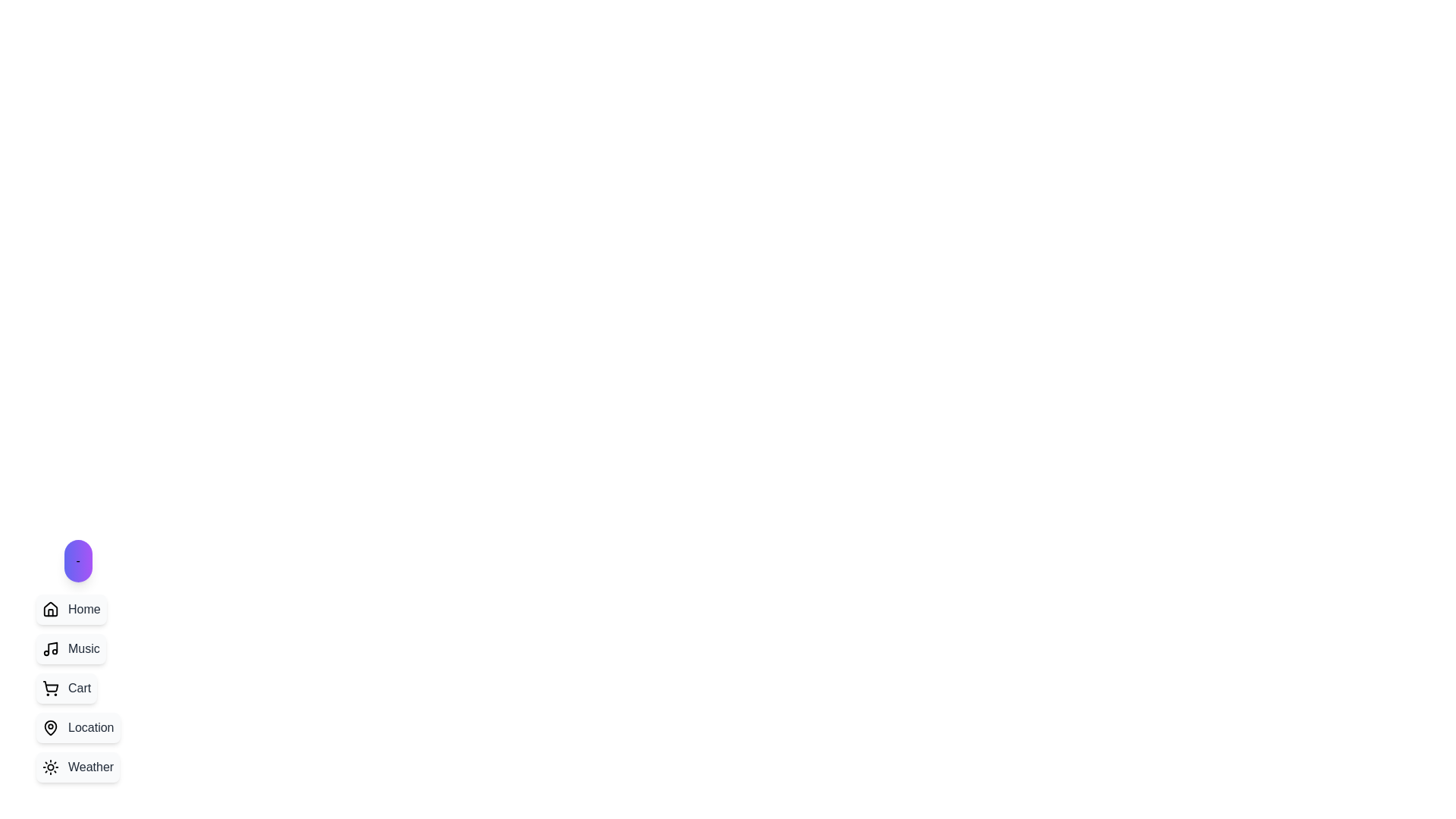 The width and height of the screenshot is (1456, 819). What do you see at coordinates (90, 767) in the screenshot?
I see `the 'Weather' text label in the vertical navigation bar` at bounding box center [90, 767].